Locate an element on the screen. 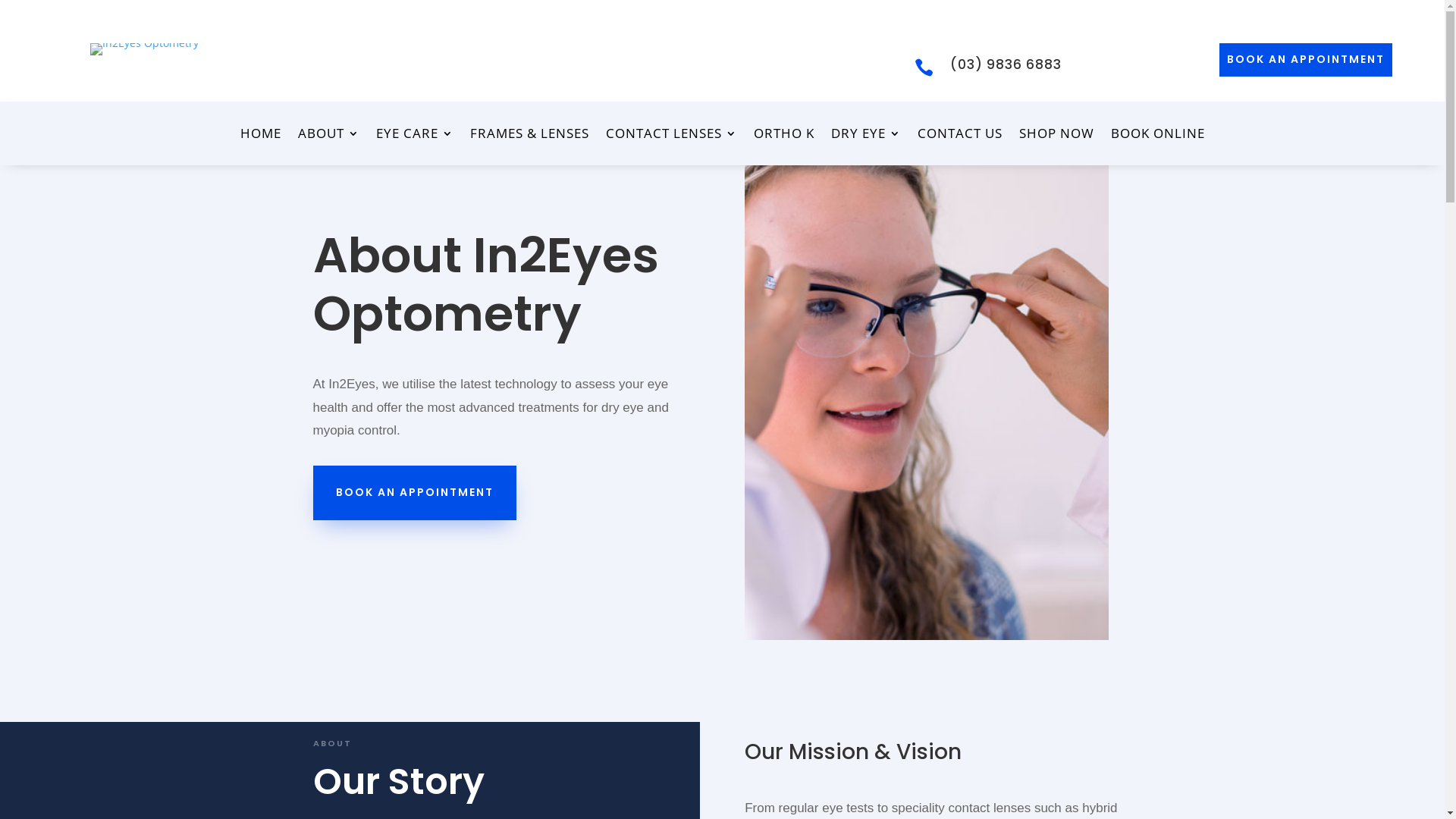 The height and width of the screenshot is (819, 1456). 'FRAMES & LENSES' is located at coordinates (529, 136).